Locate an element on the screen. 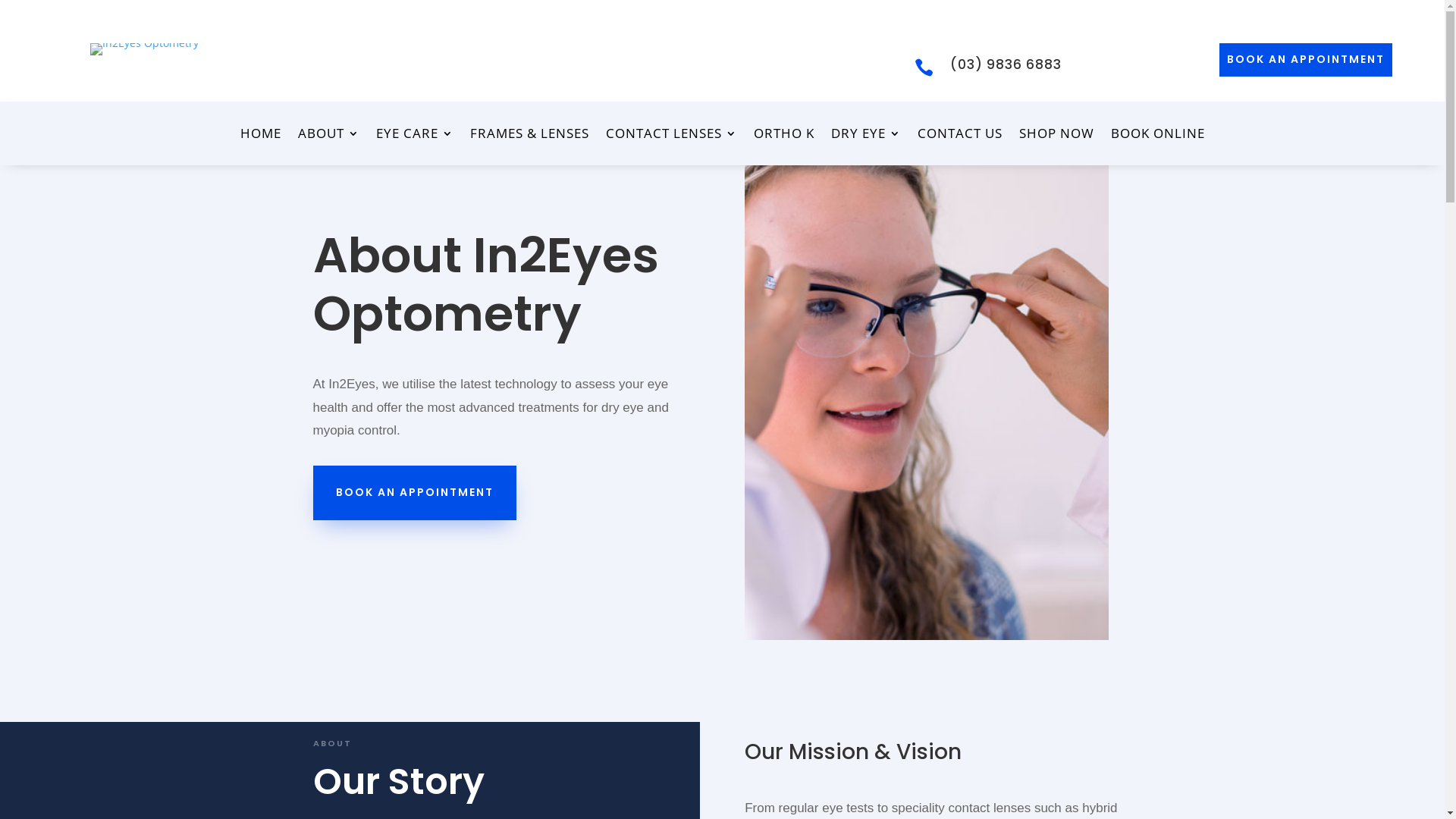 The height and width of the screenshot is (819, 1456). 'FRAMES & LENSES' is located at coordinates (529, 136).